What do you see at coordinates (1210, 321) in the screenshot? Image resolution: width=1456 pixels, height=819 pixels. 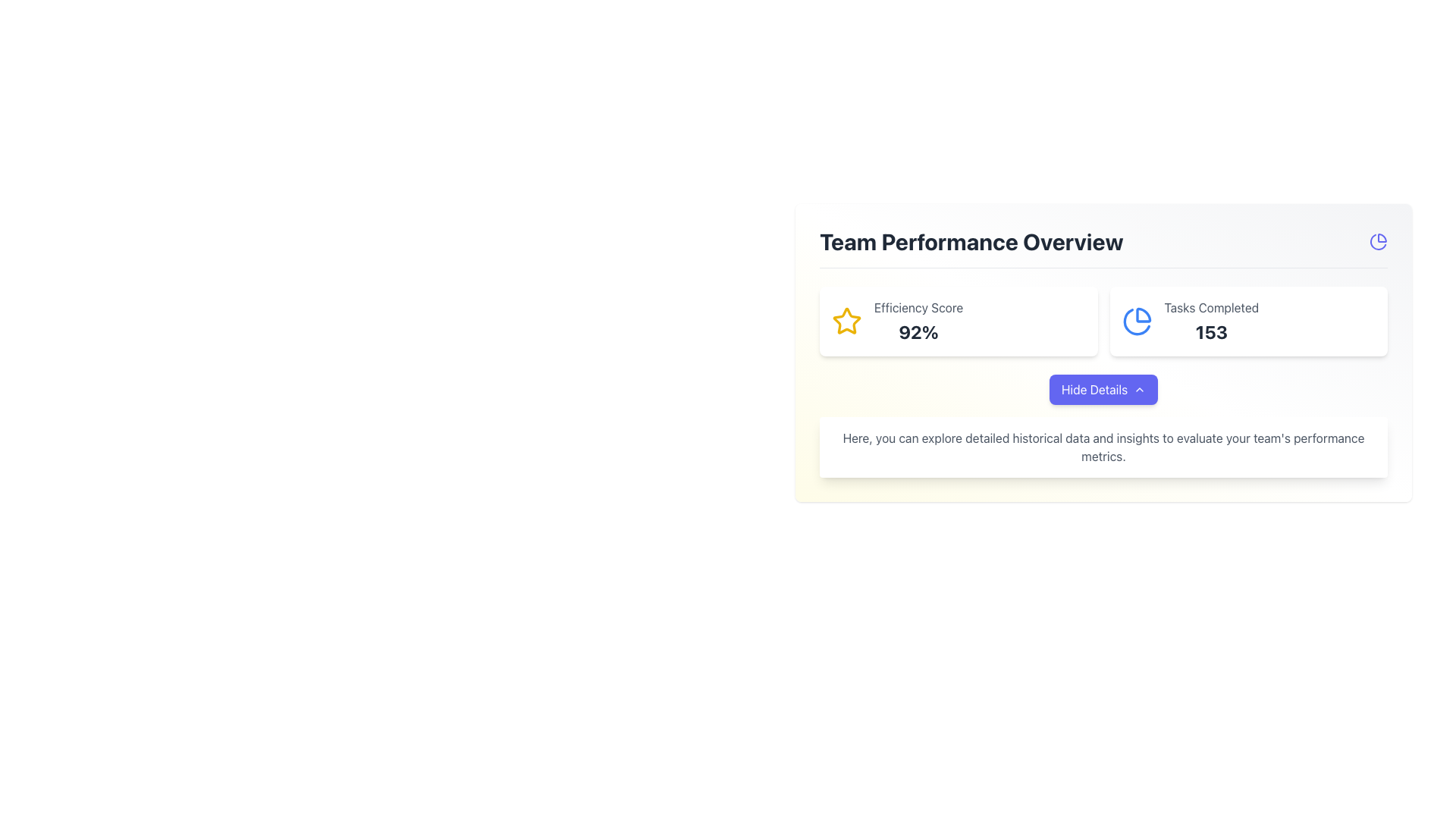 I see `the informational text label that displays the total number of tasks completed, located beneath the 'Tasks Completed' label in the right section of a two-card layout` at bounding box center [1210, 321].